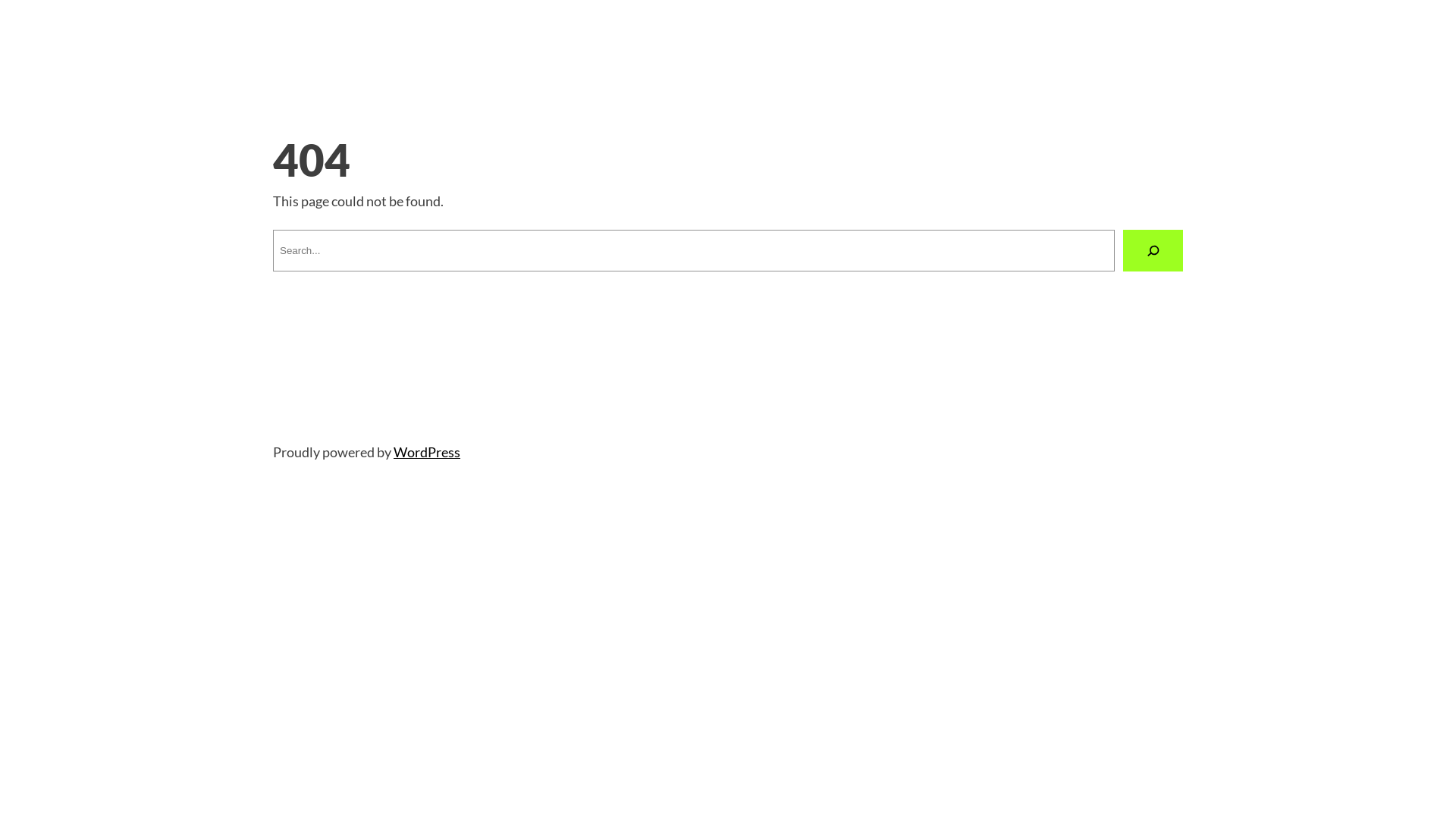 The height and width of the screenshot is (819, 1456). I want to click on 'WordPress', so click(425, 451).